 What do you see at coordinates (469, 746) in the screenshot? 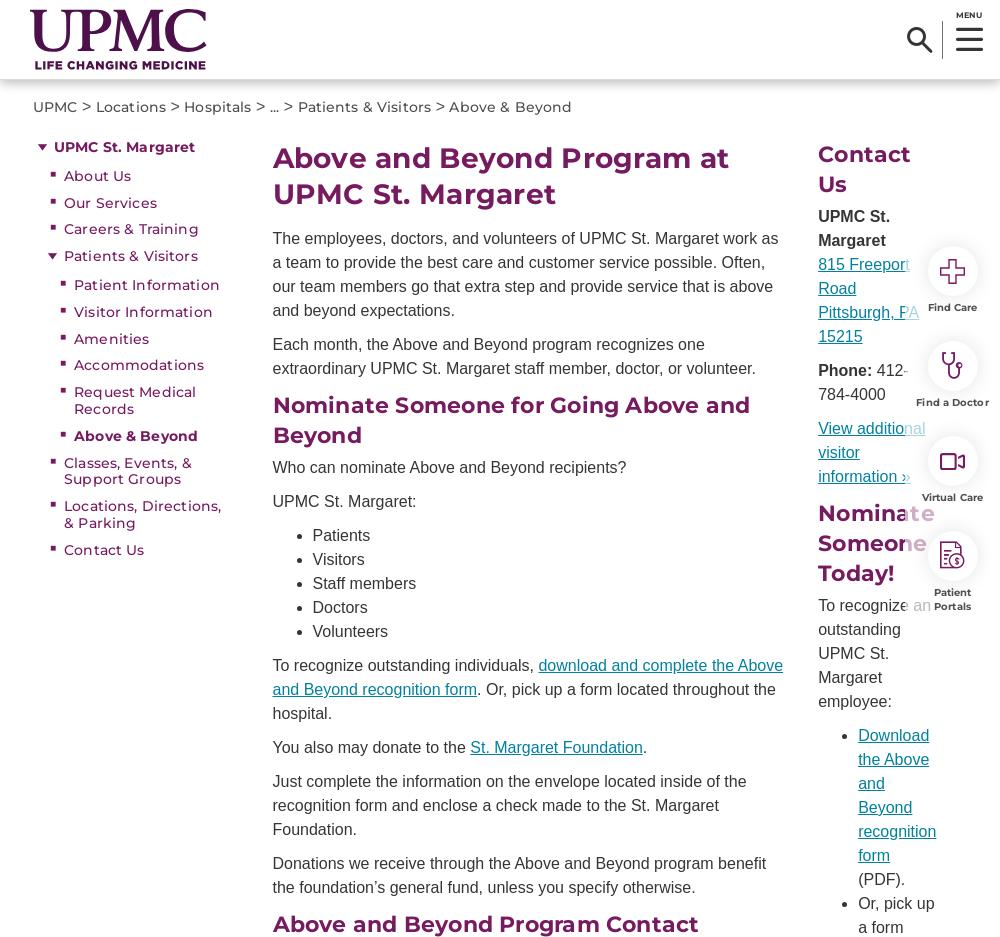
I see `'St. Margaret Foundation'` at bounding box center [469, 746].